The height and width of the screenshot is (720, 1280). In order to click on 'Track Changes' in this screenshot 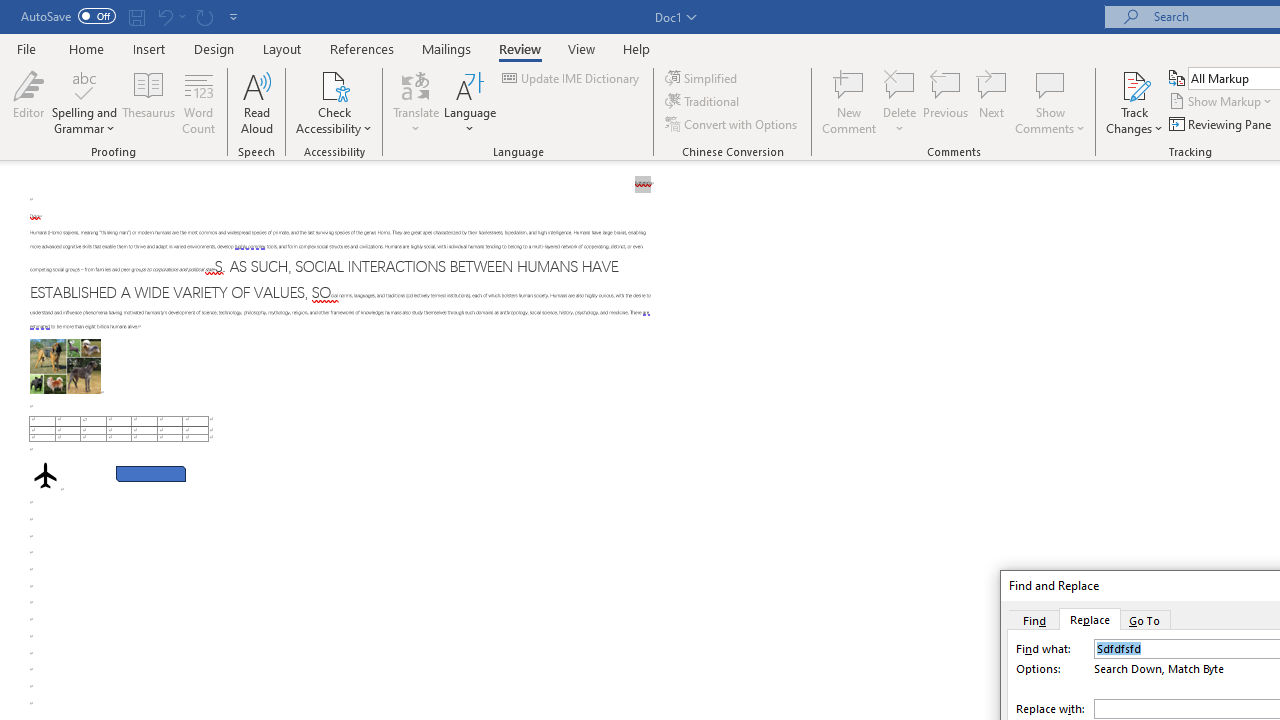, I will do `click(1134, 103)`.